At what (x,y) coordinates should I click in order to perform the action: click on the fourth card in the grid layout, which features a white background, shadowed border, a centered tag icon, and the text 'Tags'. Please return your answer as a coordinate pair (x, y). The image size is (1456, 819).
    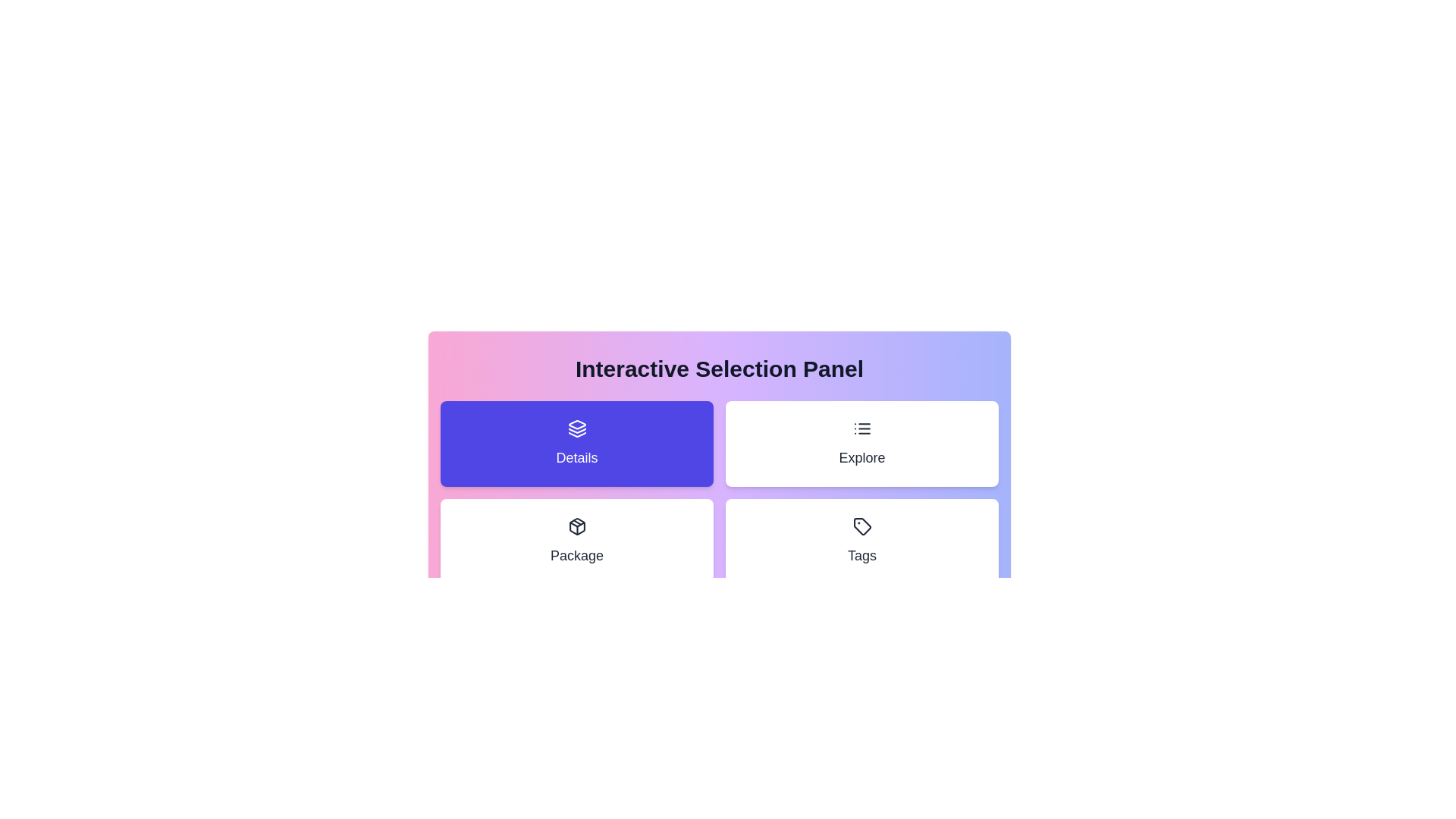
    Looking at the image, I should click on (862, 541).